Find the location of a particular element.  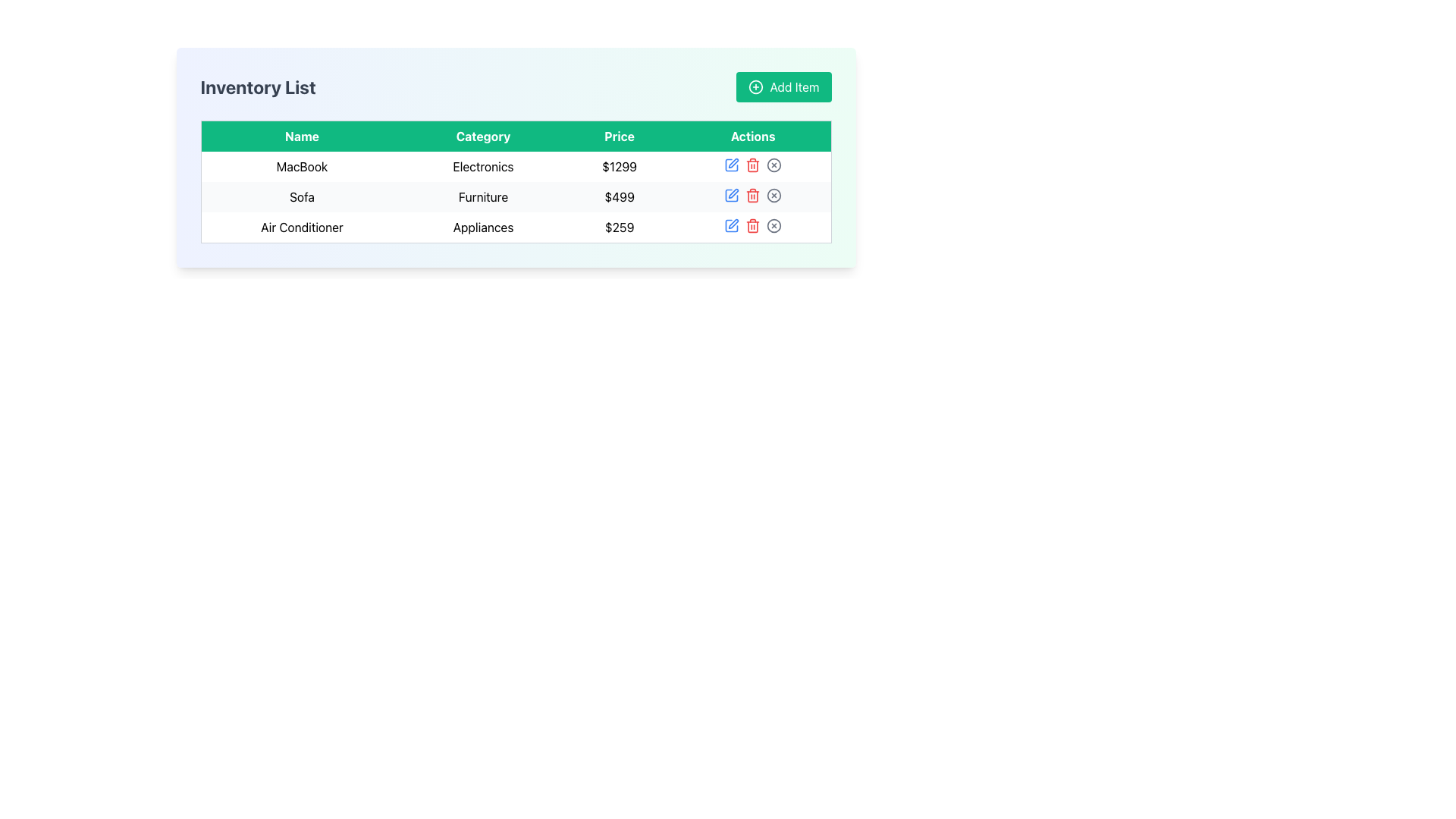

the text label that serves as a label for the button allowing users to add new items to the inventory list, located at the top-right corner of the interface is located at coordinates (793, 87).